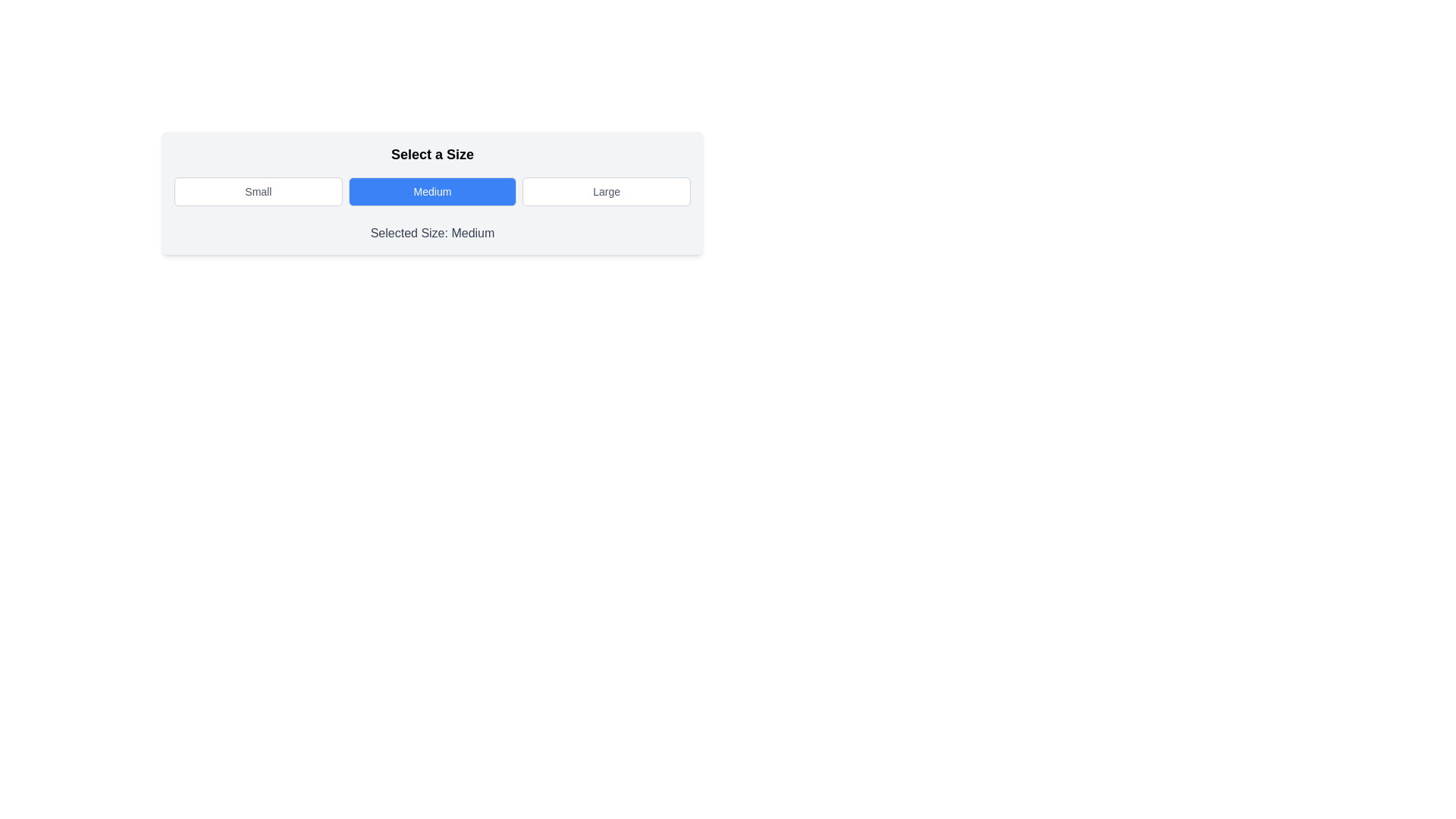  What do you see at coordinates (258, 191) in the screenshot?
I see `the 'Small' button, which is a rectangular button with rounded corners, light gray border, white background, and gray text, located on the leftmost side of the 'Select a Size' panel` at bounding box center [258, 191].